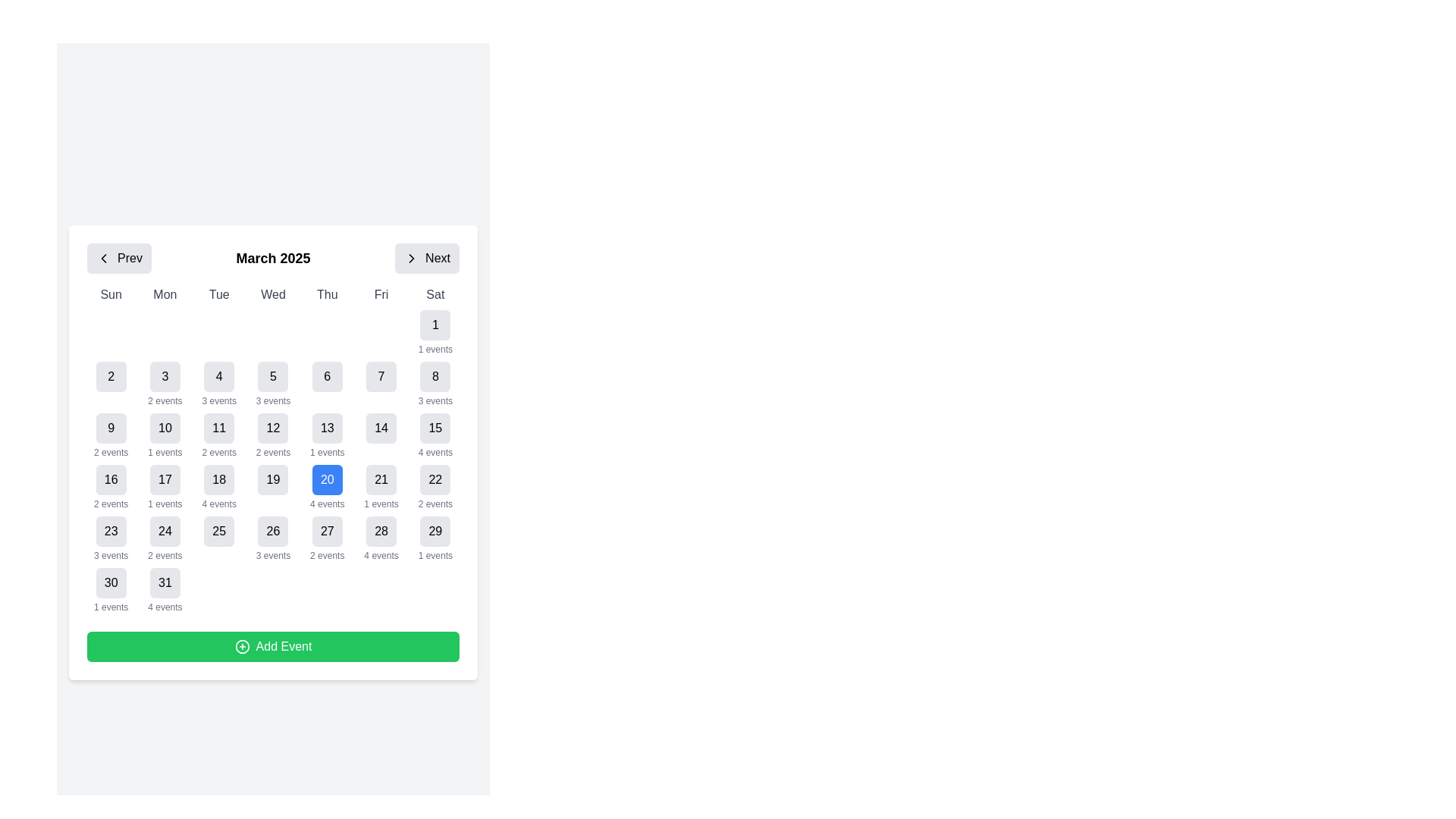 This screenshot has width=1456, height=819. What do you see at coordinates (110, 555) in the screenshot?
I see `the text label reading '3 events' located beneath the number '23' in the calendar cell for the 23rd day` at bounding box center [110, 555].